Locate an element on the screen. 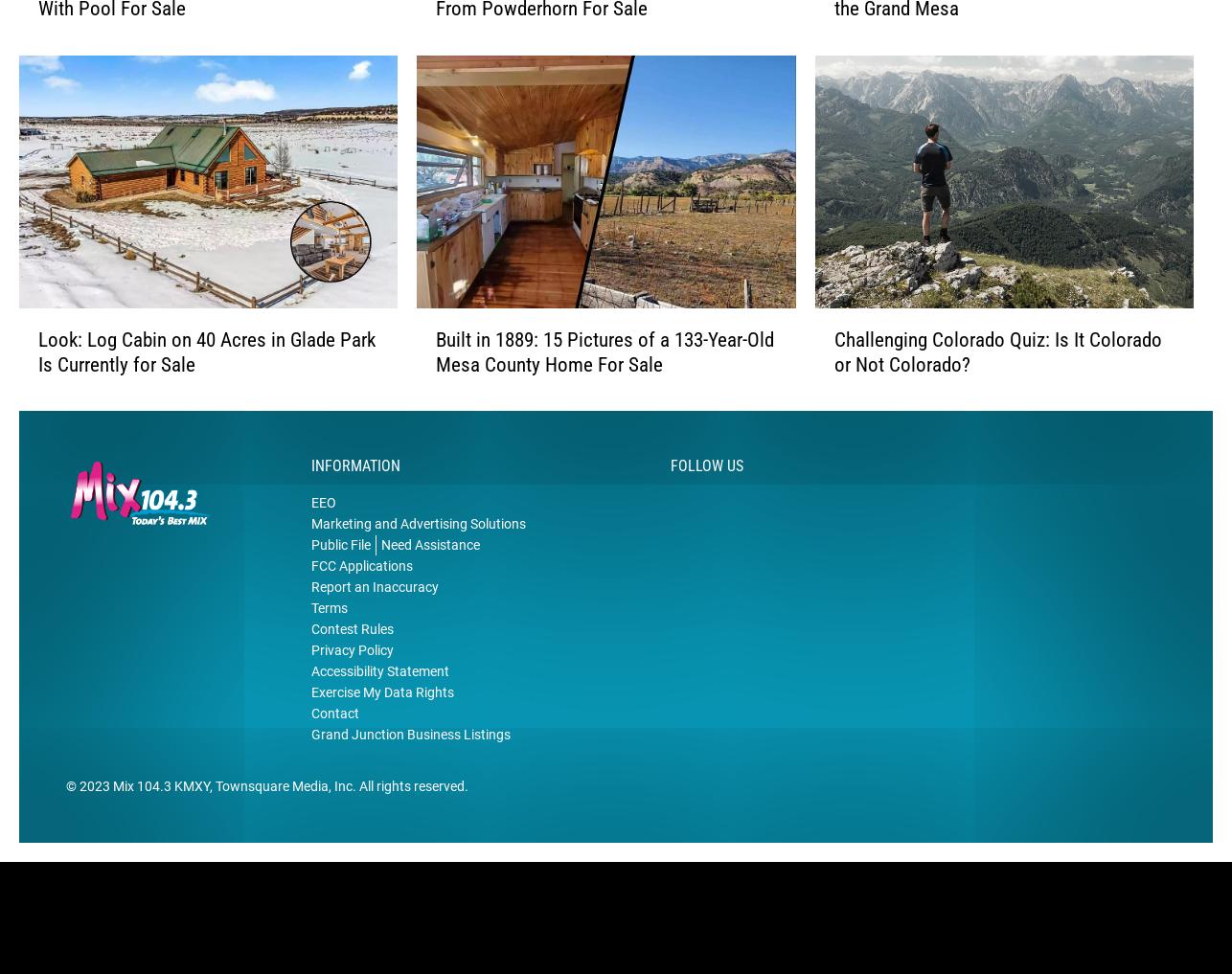 This screenshot has width=1232, height=974. 'Grand Junction Business Listings' is located at coordinates (410, 763).